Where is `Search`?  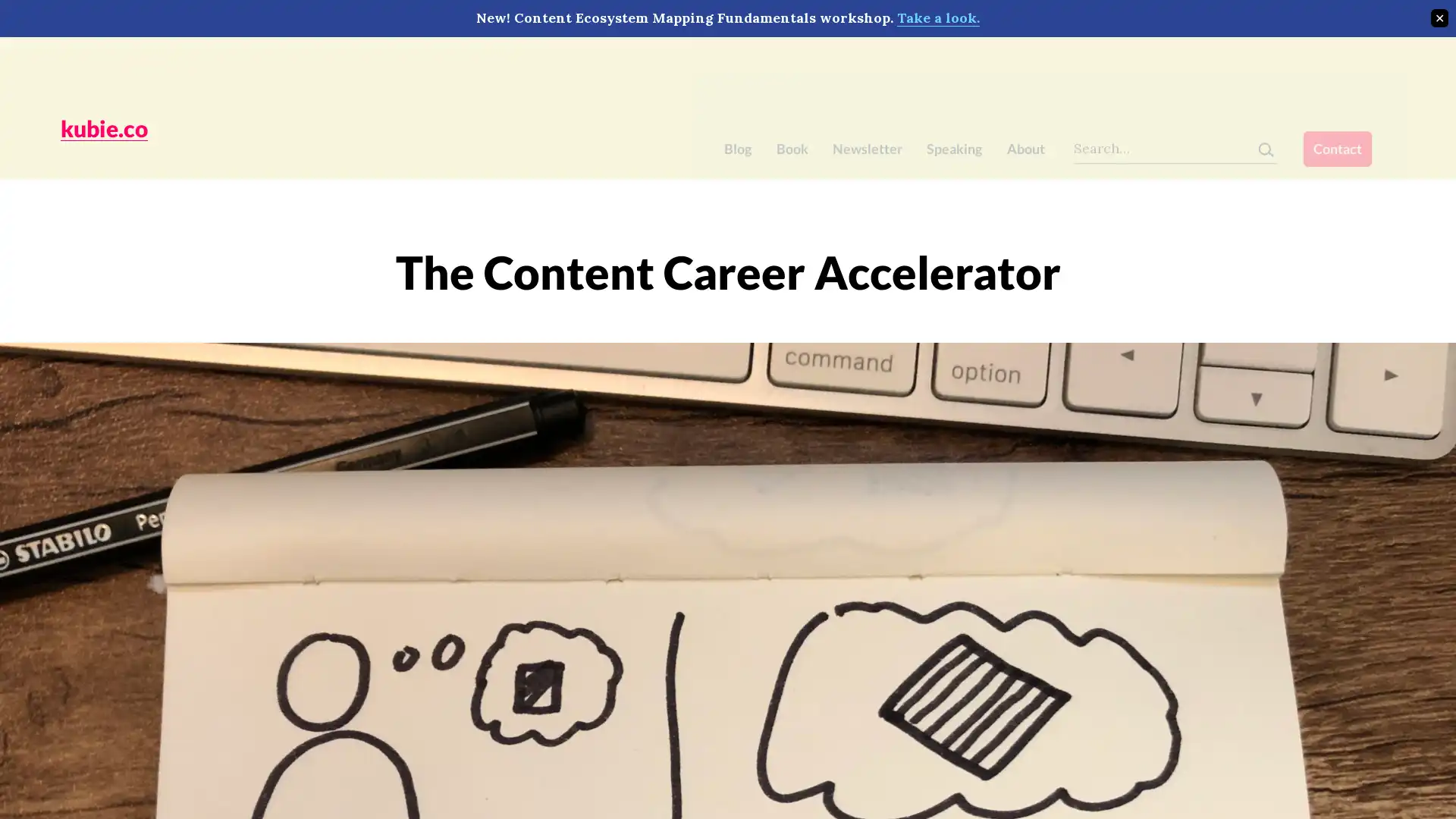 Search is located at coordinates (1288, 67).